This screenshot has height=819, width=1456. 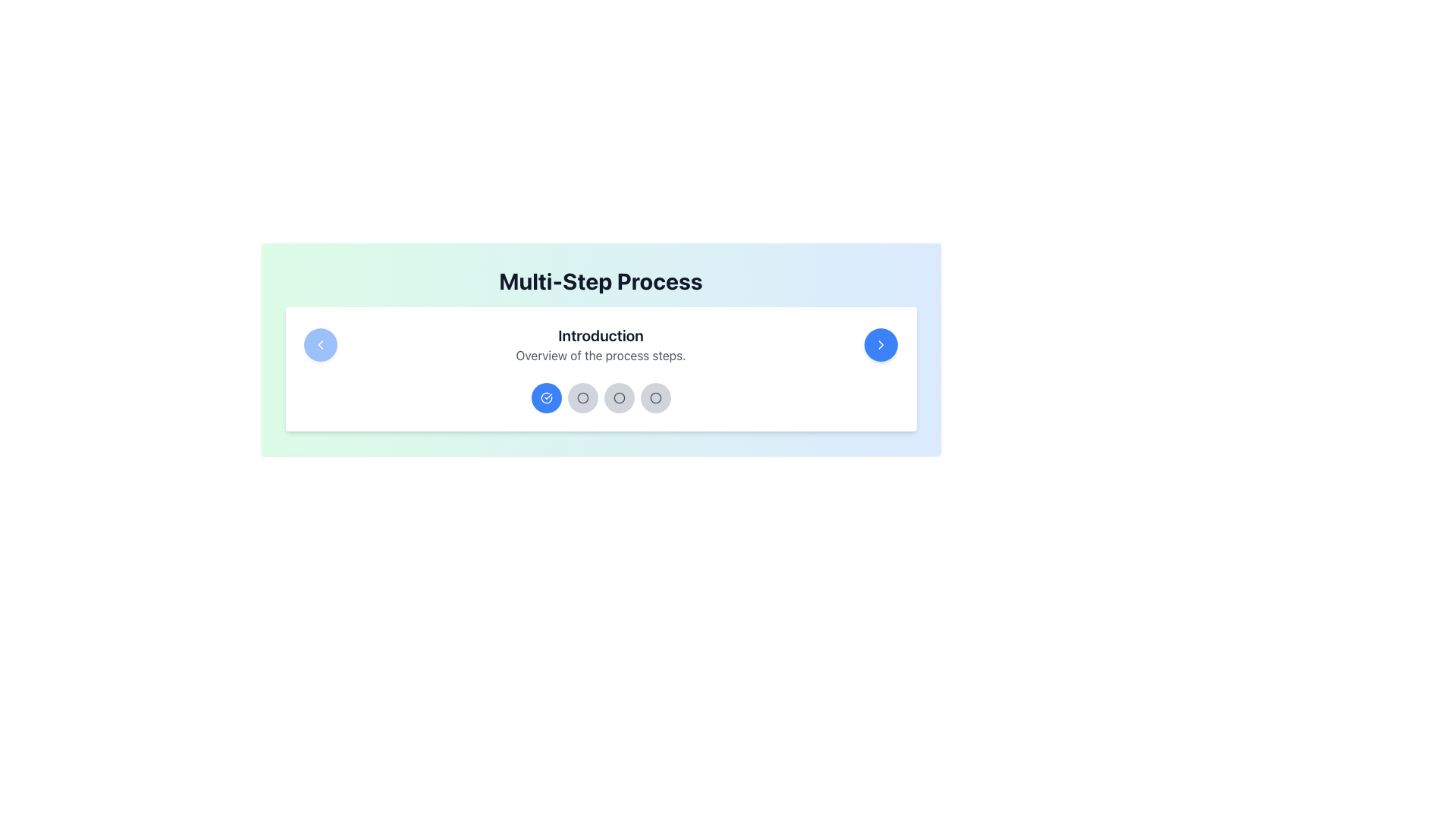 I want to click on the third circular button in the sequence under the 'Introduction' section, so click(x=619, y=397).